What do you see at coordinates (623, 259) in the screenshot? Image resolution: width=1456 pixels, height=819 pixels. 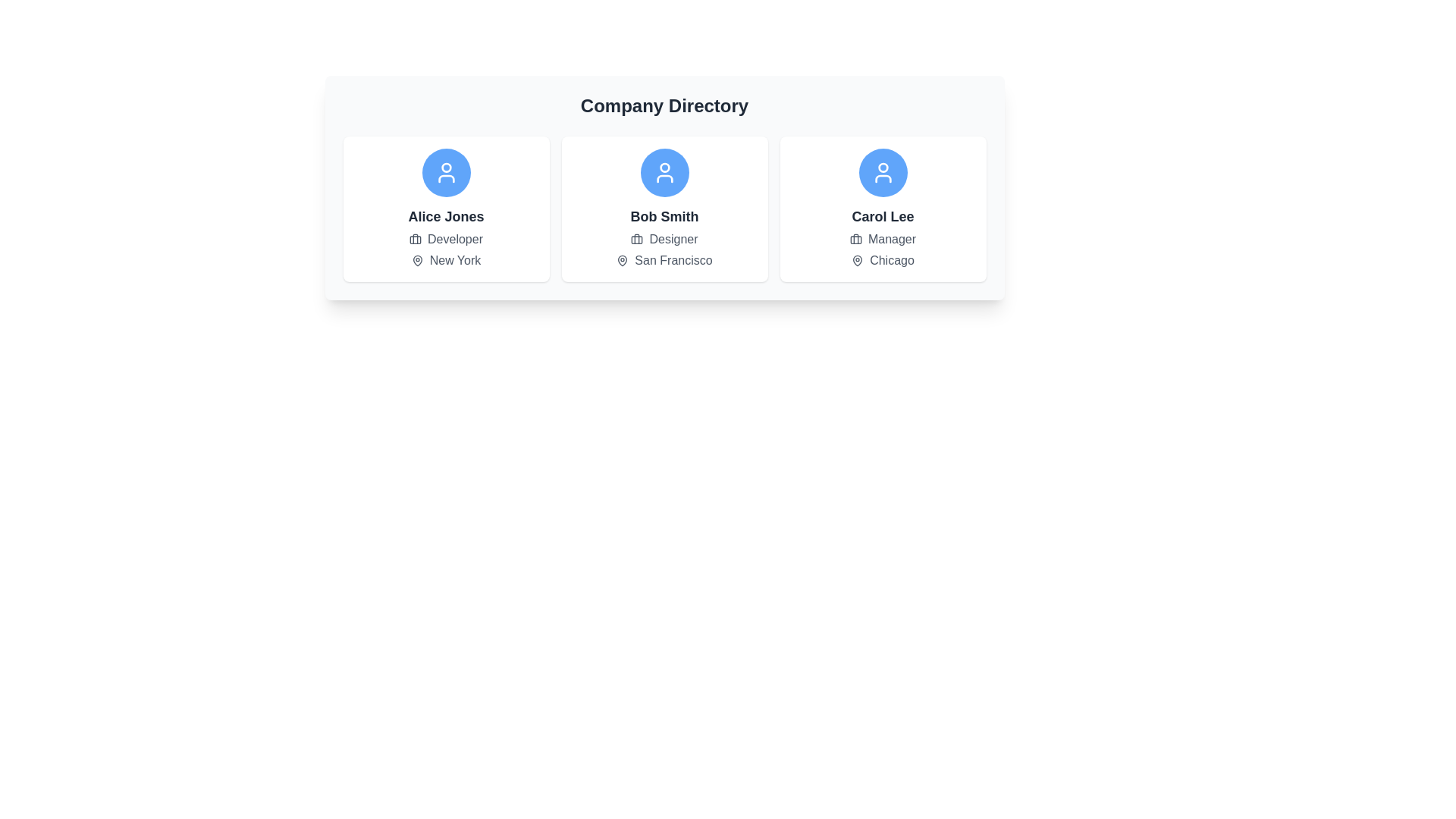 I see `the pin icon located in the middle card labeled 'Bob Smith' below the 'Designer' label, which is adjacent to the text 'San Francisco.'` at bounding box center [623, 259].